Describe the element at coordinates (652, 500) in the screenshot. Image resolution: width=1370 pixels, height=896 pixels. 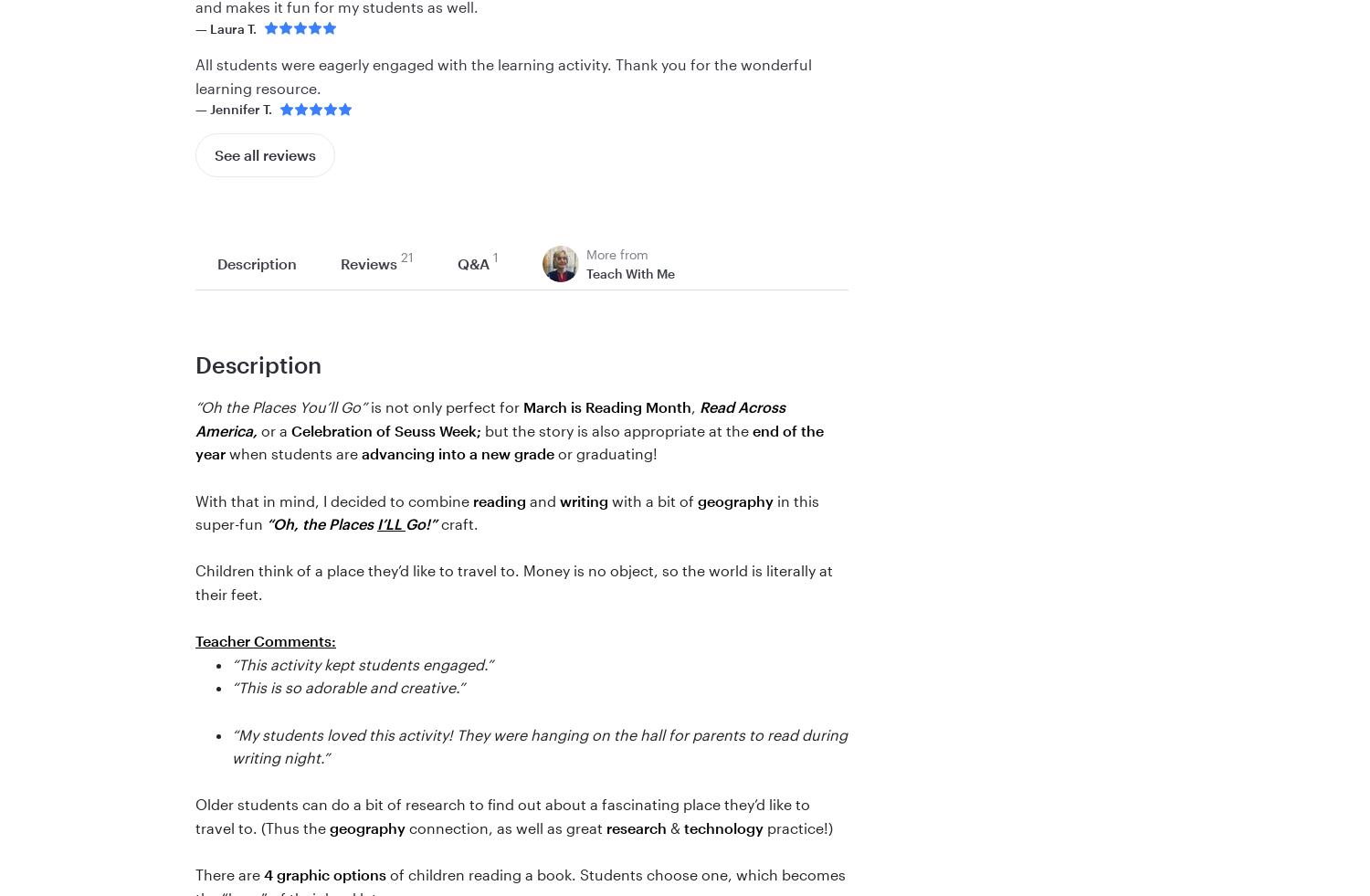
I see `'with a bit of'` at that location.